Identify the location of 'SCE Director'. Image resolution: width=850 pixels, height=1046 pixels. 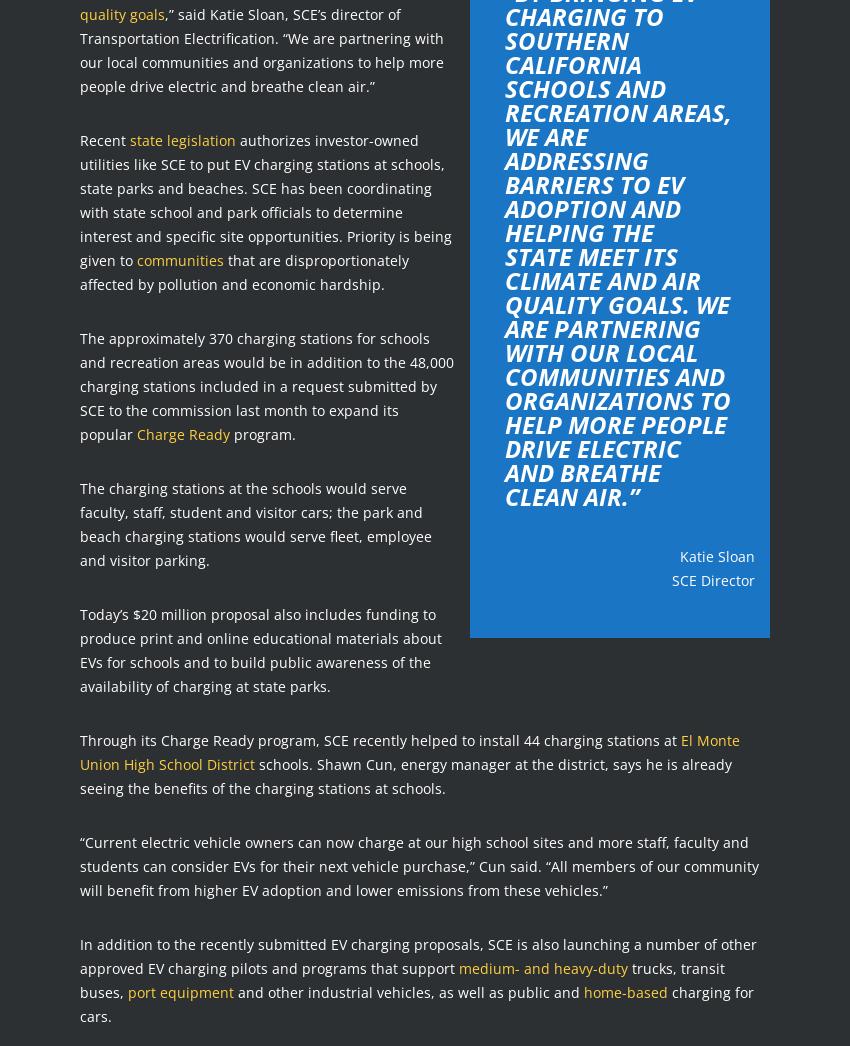
(672, 579).